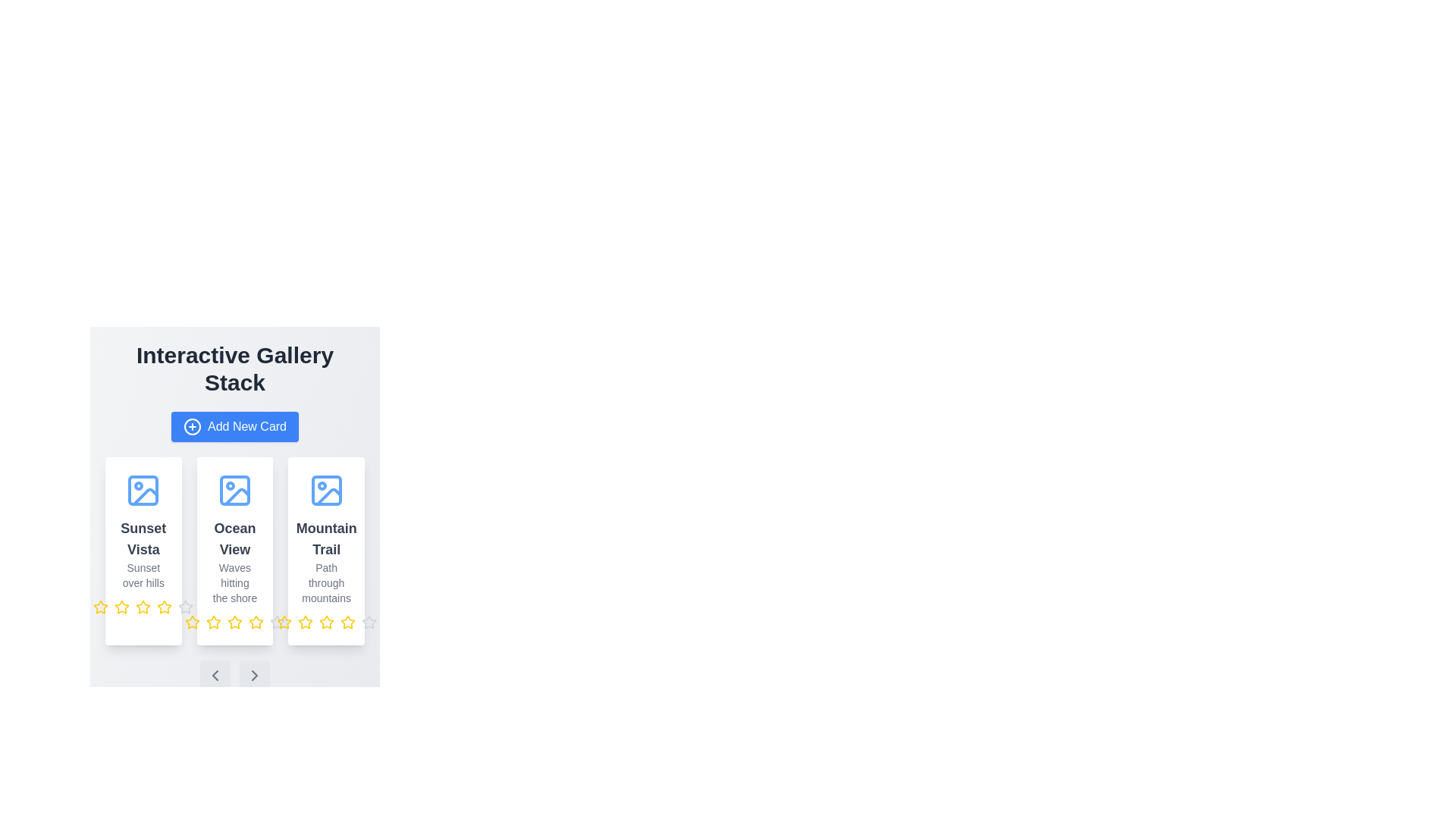 The width and height of the screenshot is (1456, 819). I want to click on the Rating Display element that visually represents the rating of the featured item titled 'Ocean View', located centrally beneath its descriptive text, so click(234, 623).